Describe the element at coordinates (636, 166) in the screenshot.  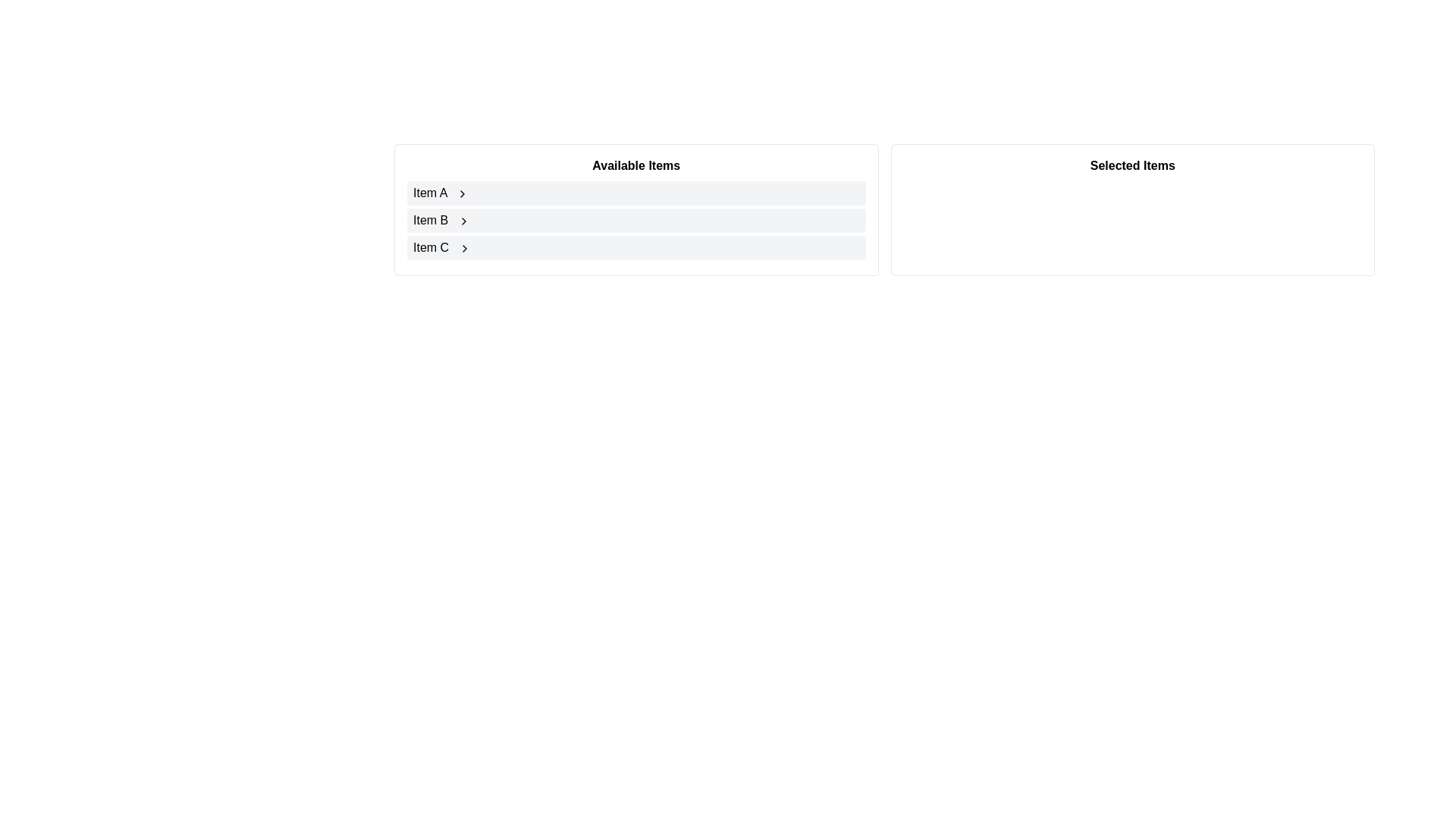
I see `the header text element located in the bordered box on the left side, which categorizes the items 'Item A,' 'Item B,' and 'Item C.'` at that location.